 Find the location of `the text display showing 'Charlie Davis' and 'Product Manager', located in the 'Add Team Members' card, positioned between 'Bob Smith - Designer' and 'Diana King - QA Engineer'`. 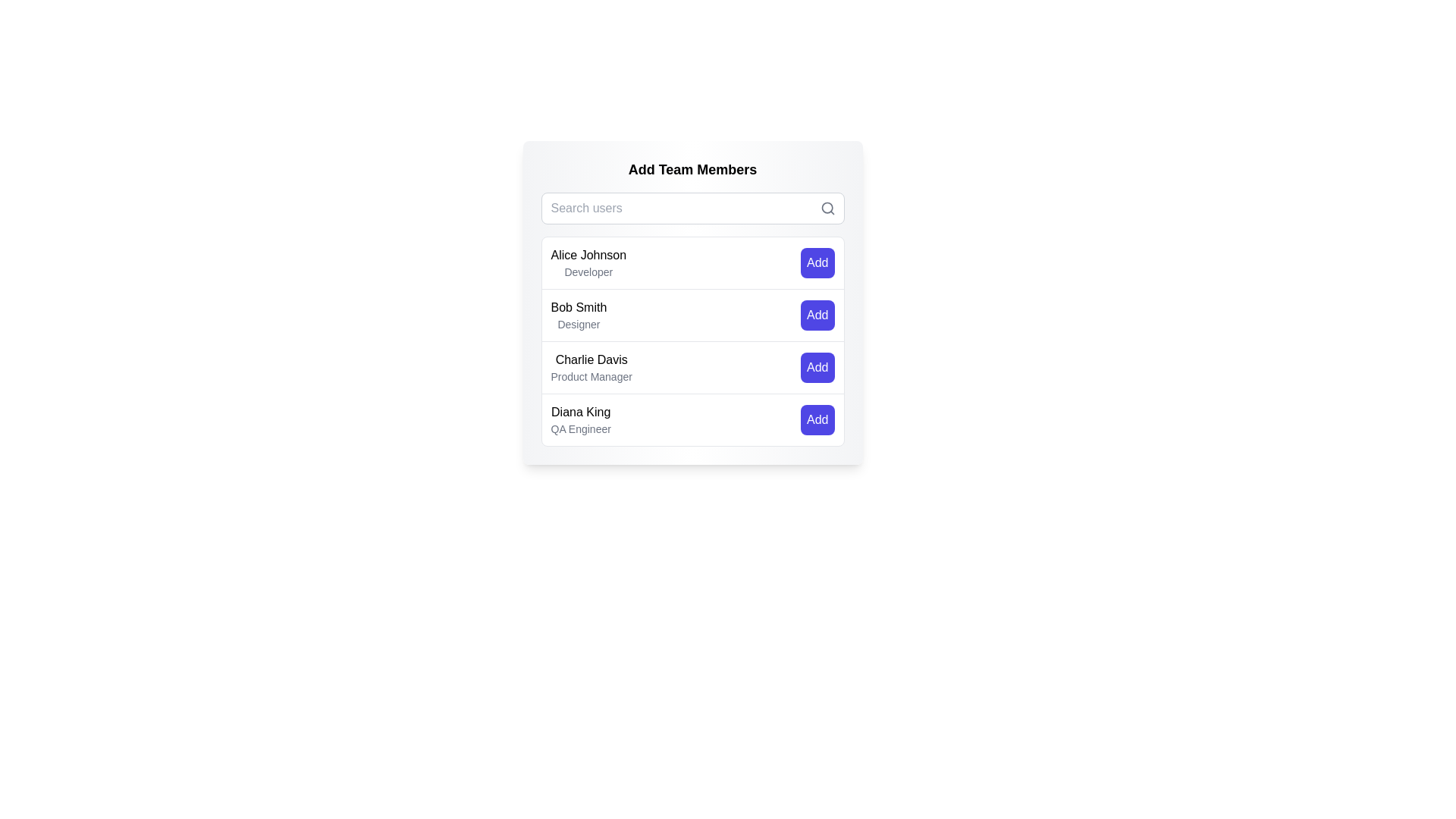

the text display showing 'Charlie Davis' and 'Product Manager', located in the 'Add Team Members' card, positioned between 'Bob Smith - Designer' and 'Diana King - QA Engineer' is located at coordinates (591, 368).